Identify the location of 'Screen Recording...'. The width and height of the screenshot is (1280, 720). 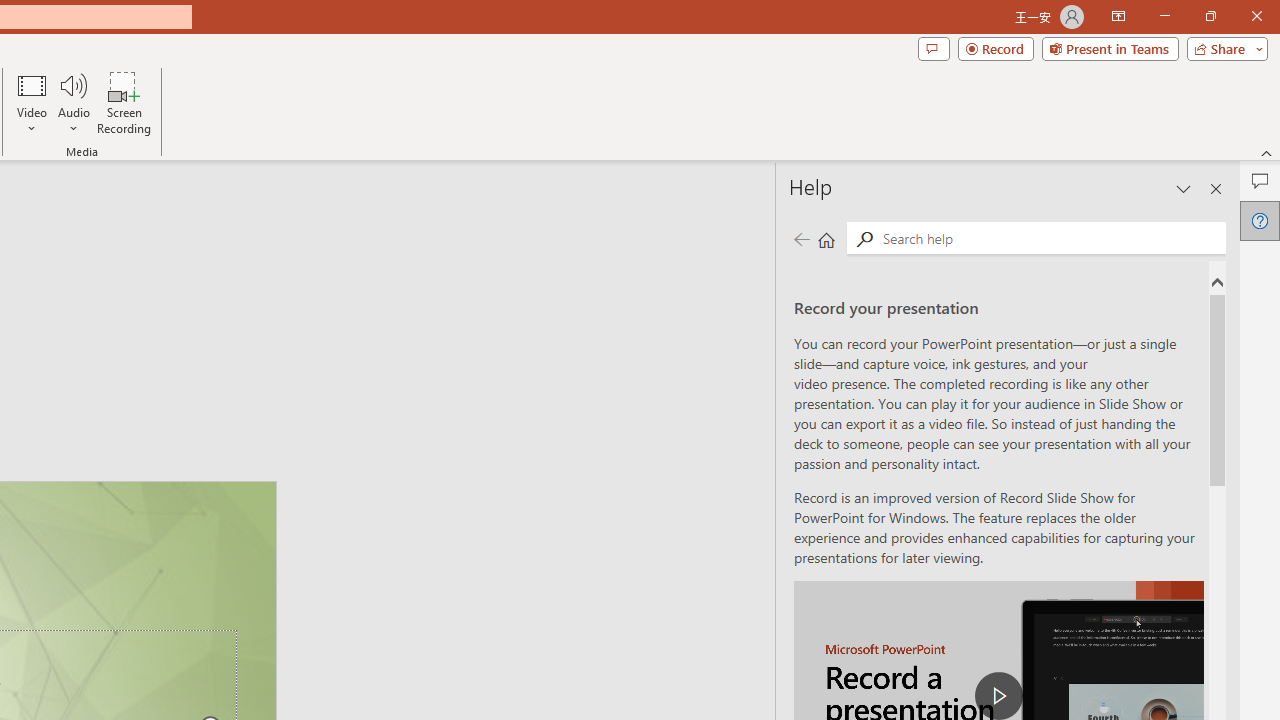
(123, 103).